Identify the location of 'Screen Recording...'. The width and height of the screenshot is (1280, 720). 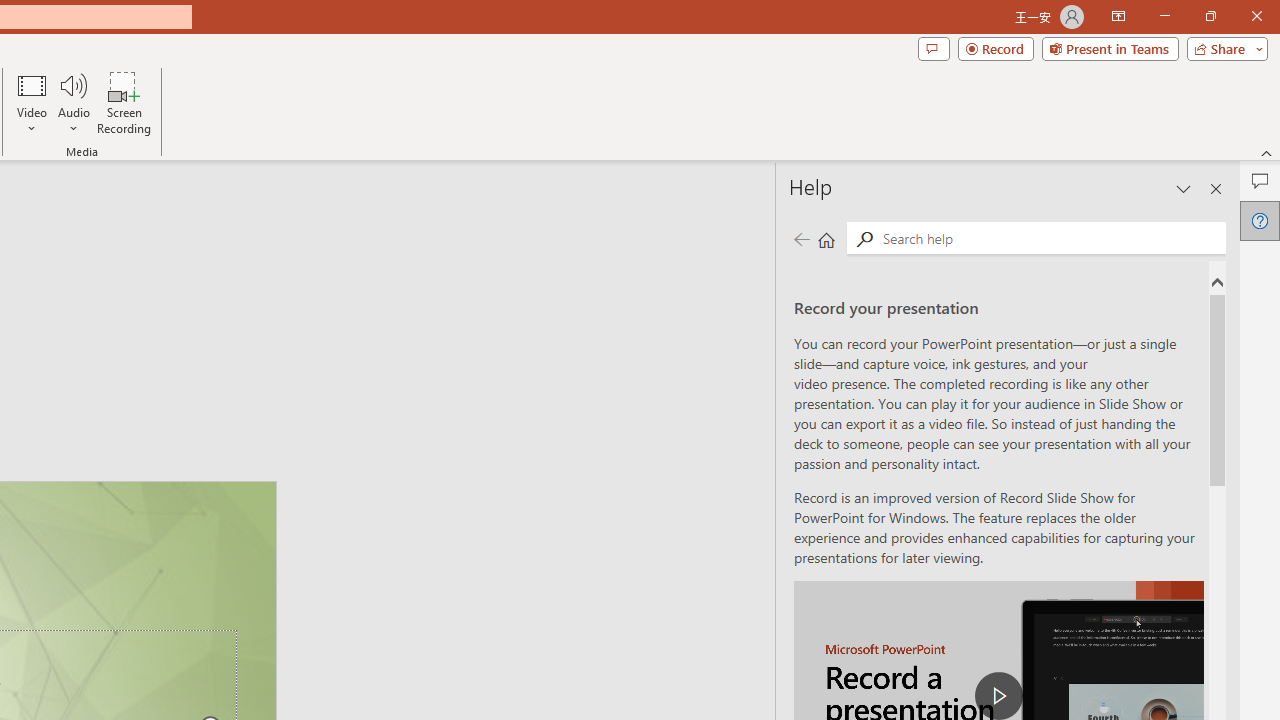
(123, 103).